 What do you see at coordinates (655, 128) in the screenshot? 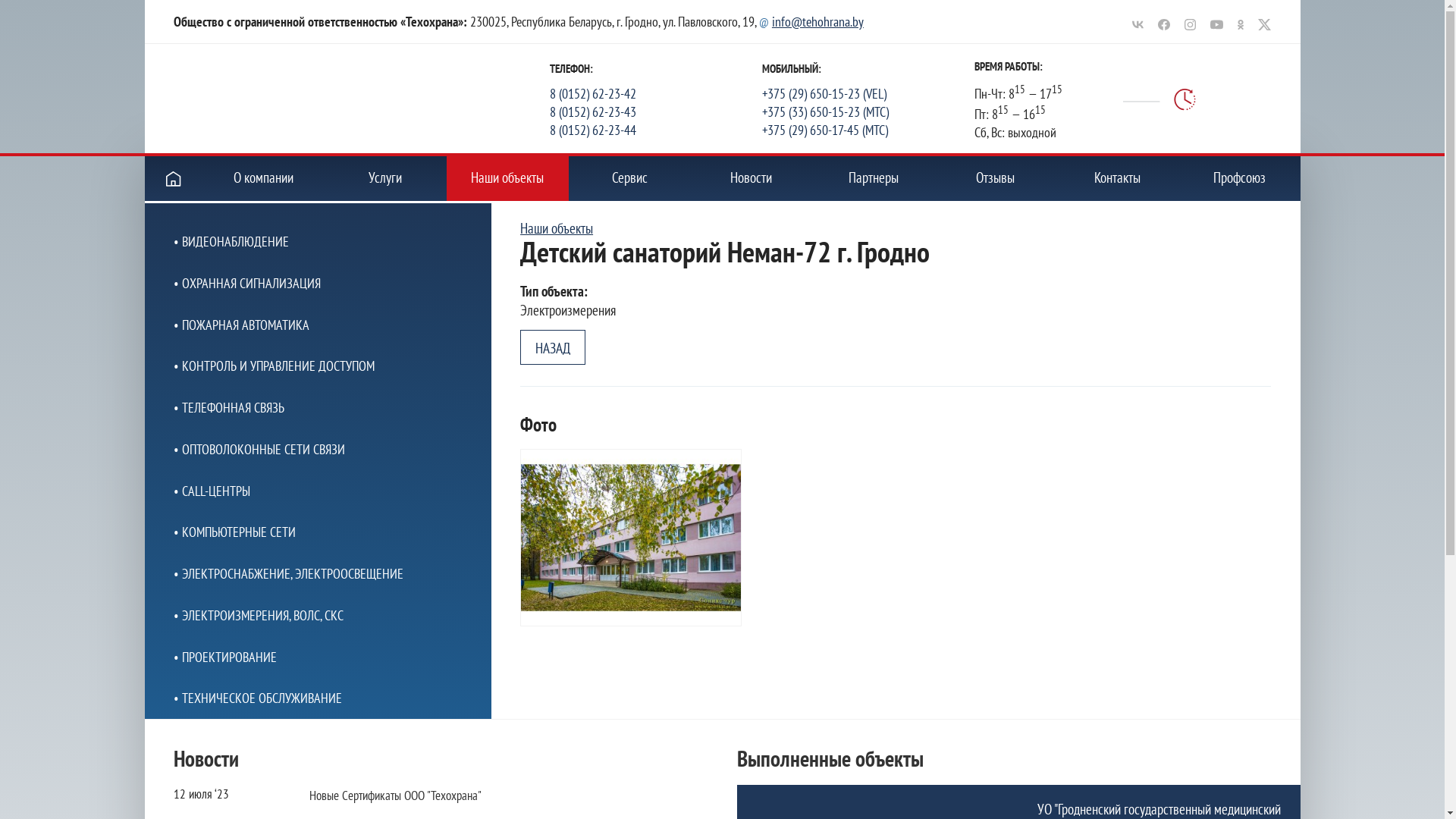
I see `'8 (0152) 62-23-44'` at bounding box center [655, 128].